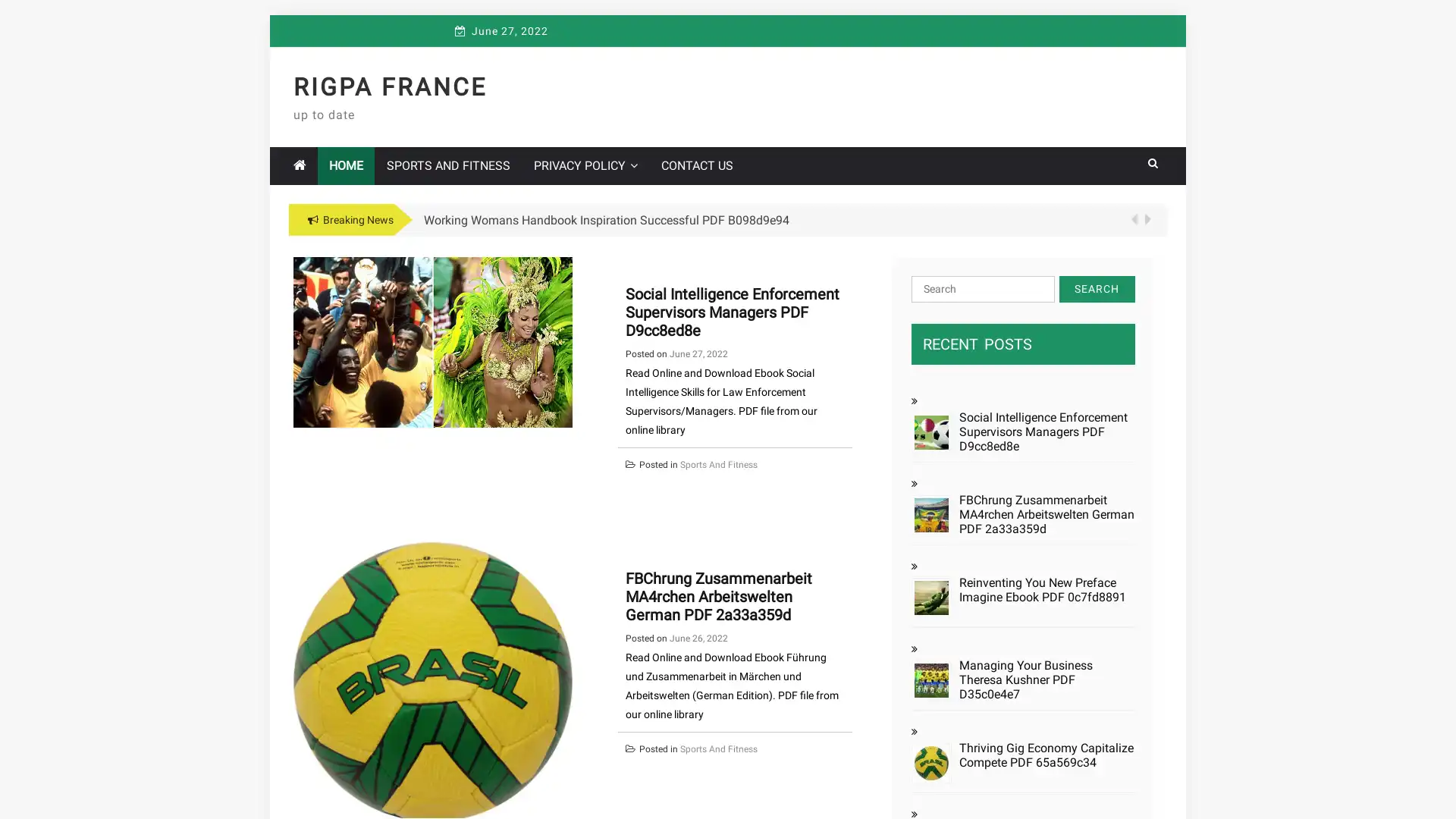 Image resolution: width=1456 pixels, height=819 pixels. I want to click on Search, so click(1096, 288).